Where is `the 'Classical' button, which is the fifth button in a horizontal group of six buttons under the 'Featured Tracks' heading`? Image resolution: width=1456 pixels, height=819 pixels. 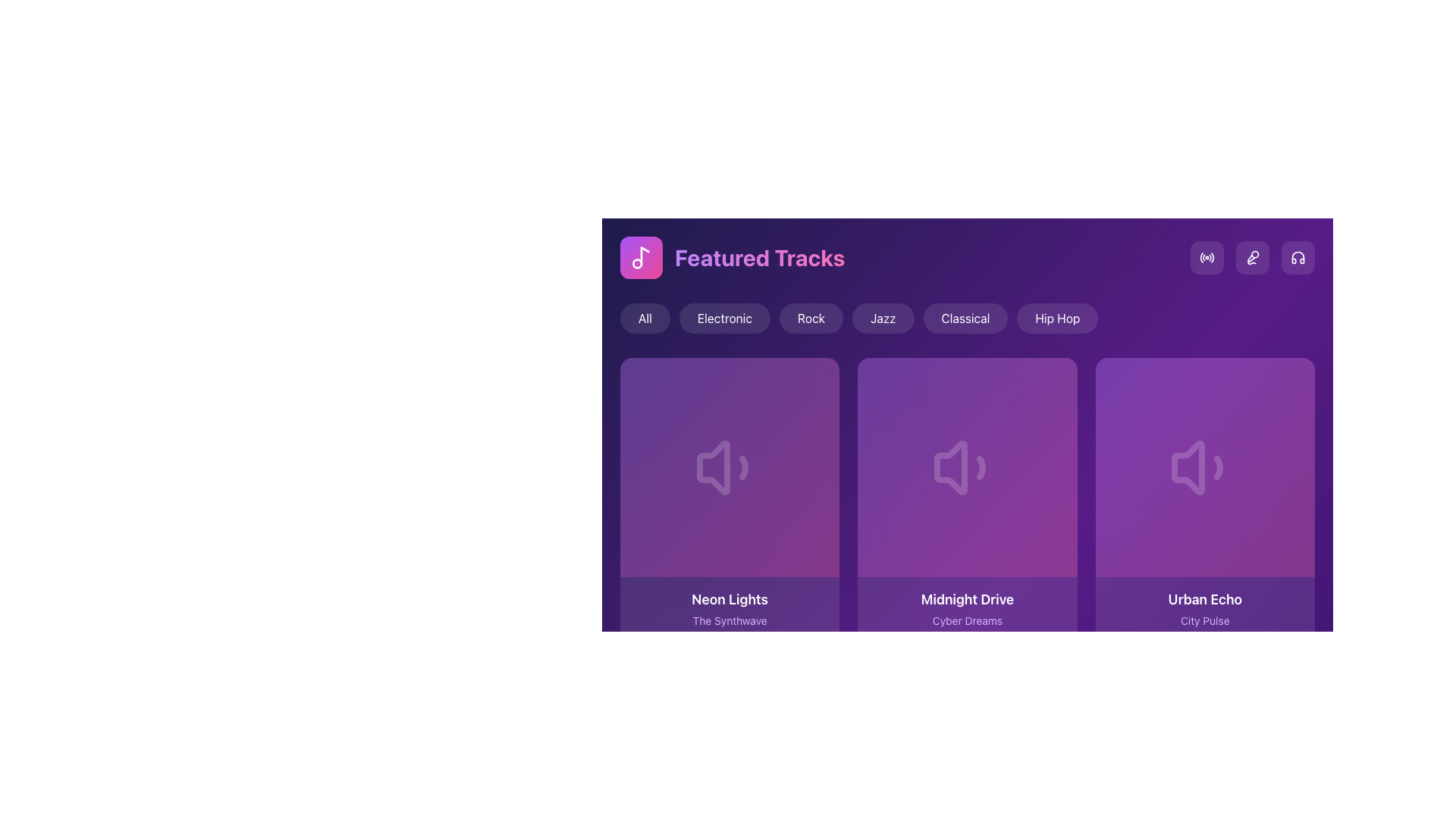
the 'Classical' button, which is the fifth button in a horizontal group of six buttons under the 'Featured Tracks' heading is located at coordinates (965, 318).